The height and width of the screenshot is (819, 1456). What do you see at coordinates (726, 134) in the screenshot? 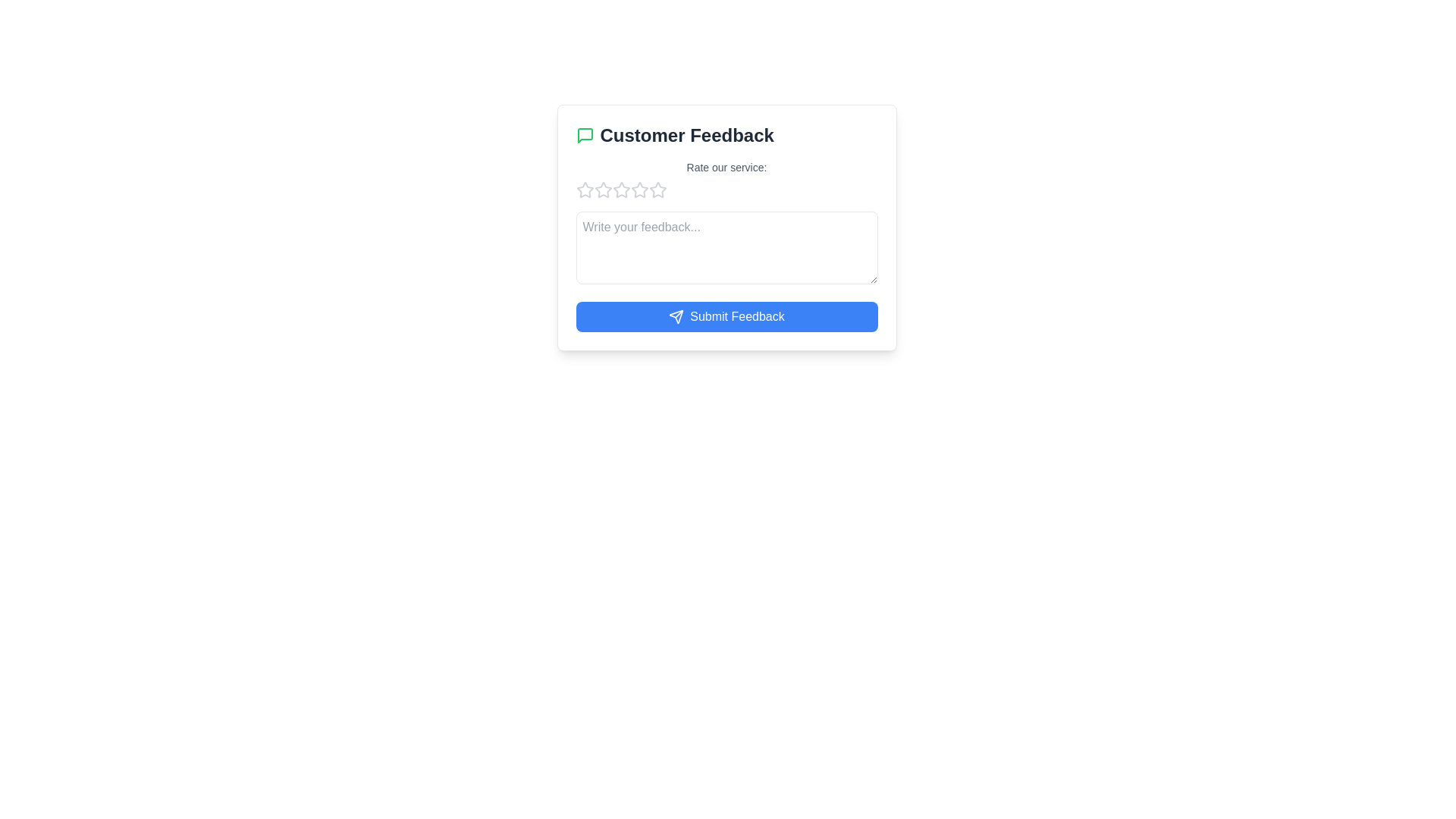
I see `the Text Label with Icon that serves as the header for the feedback section, indicating its purpose to collect user feedback` at bounding box center [726, 134].